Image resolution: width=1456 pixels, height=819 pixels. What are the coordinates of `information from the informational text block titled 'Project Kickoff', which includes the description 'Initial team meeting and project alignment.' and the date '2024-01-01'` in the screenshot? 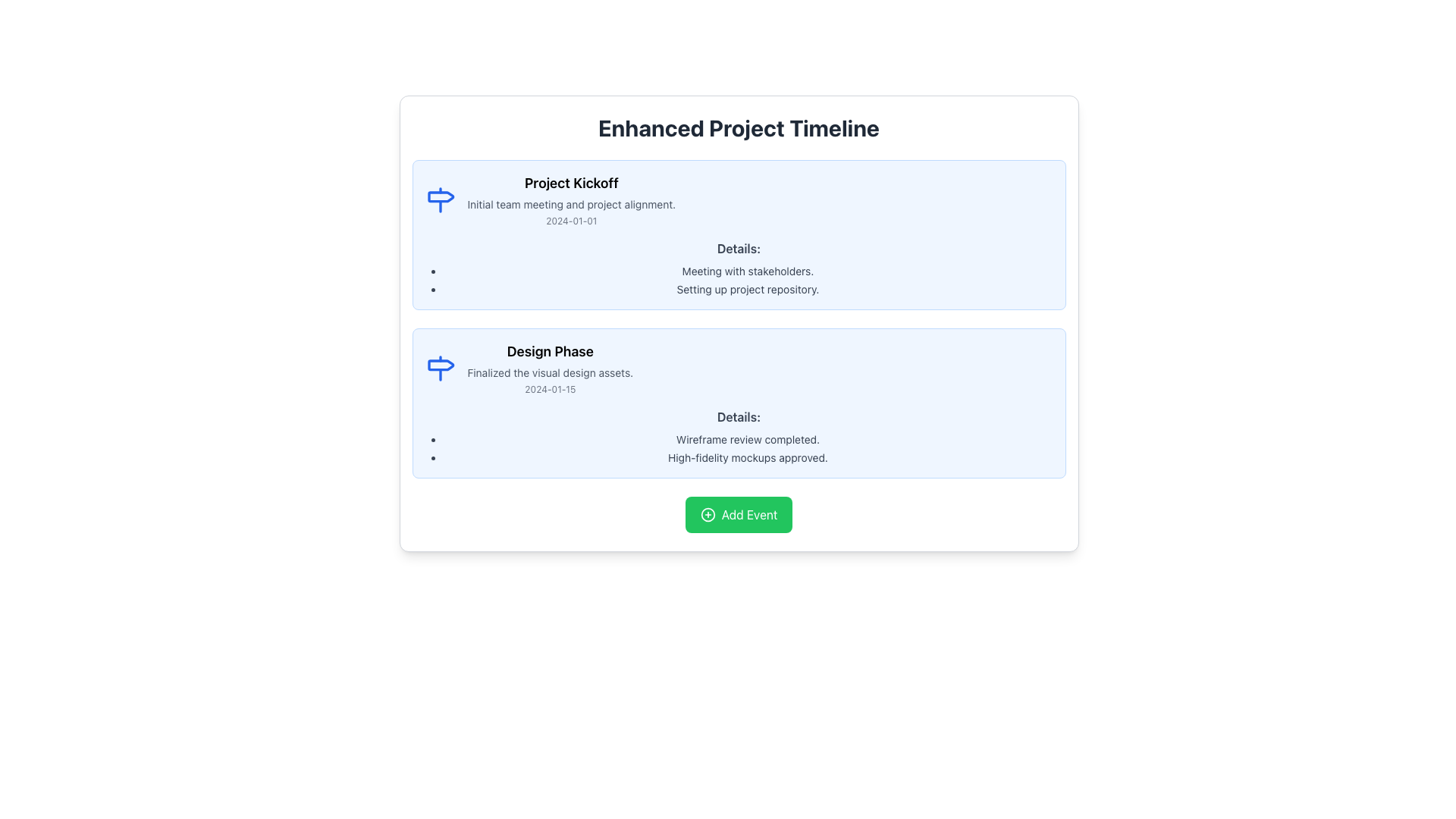 It's located at (570, 199).